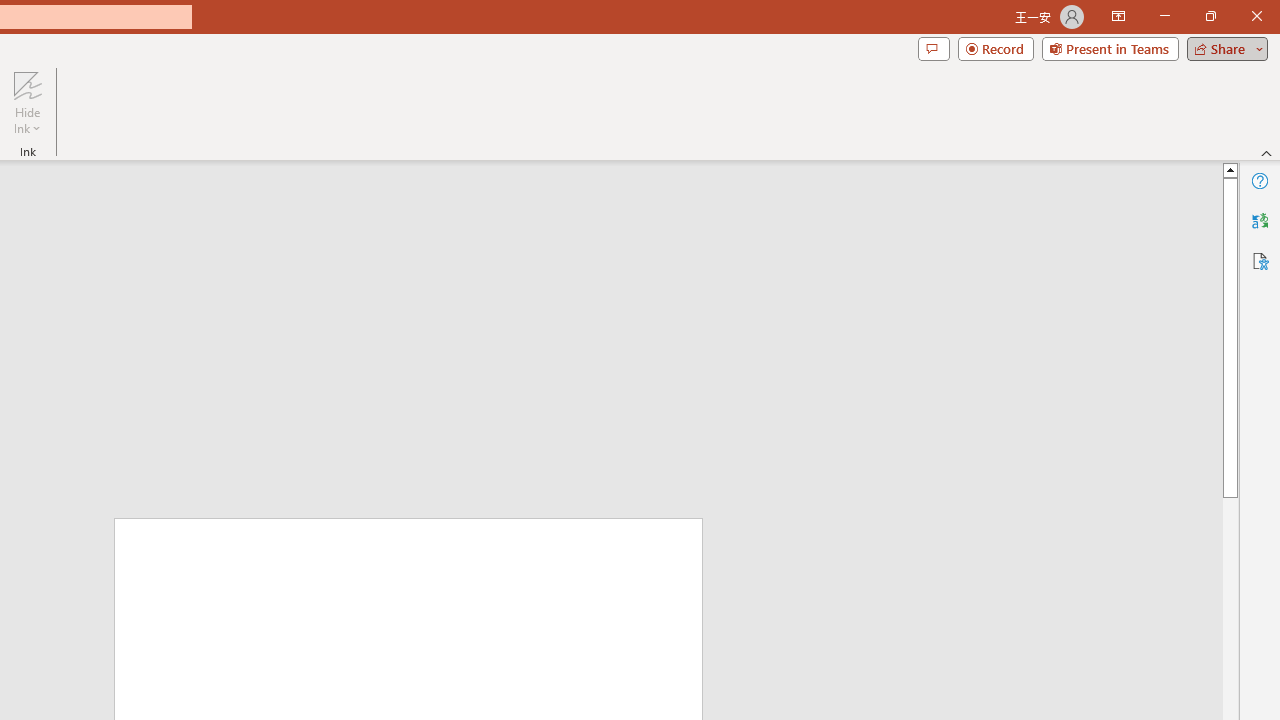  Describe the element at coordinates (27, 84) in the screenshot. I see `'Hide Ink'` at that location.